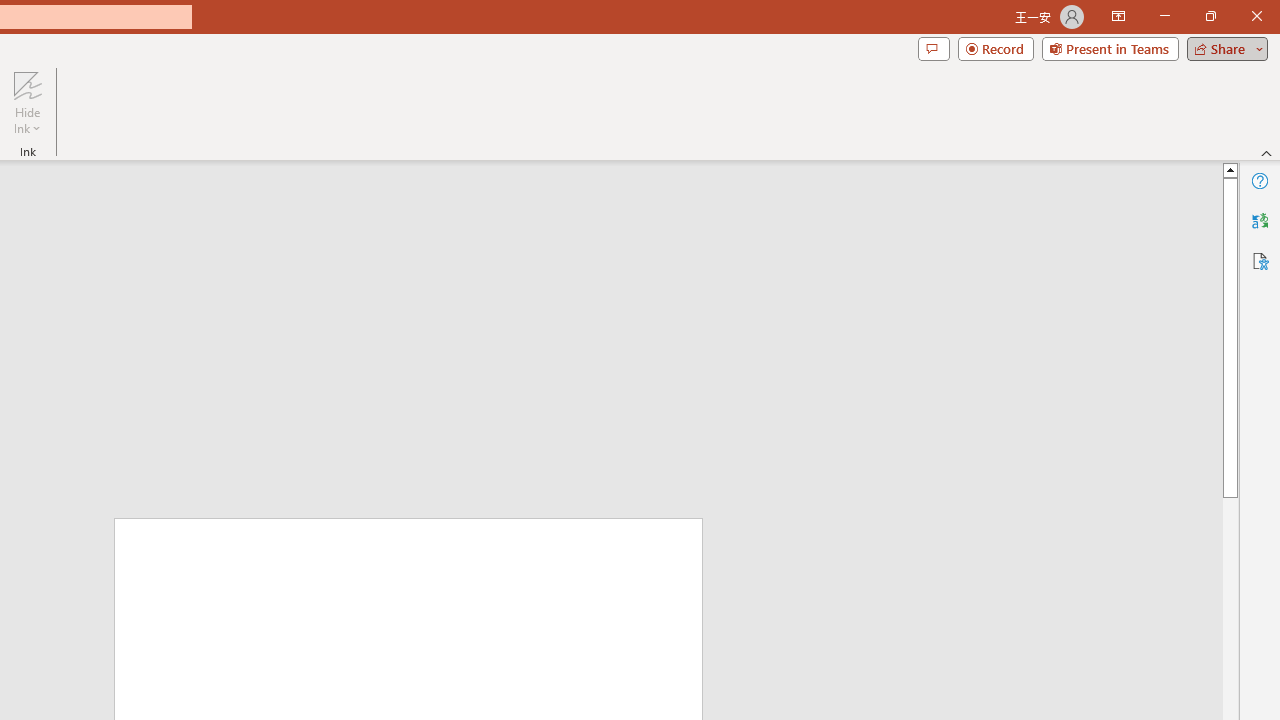  Describe the element at coordinates (27, 84) in the screenshot. I see `'Hide Ink'` at that location.